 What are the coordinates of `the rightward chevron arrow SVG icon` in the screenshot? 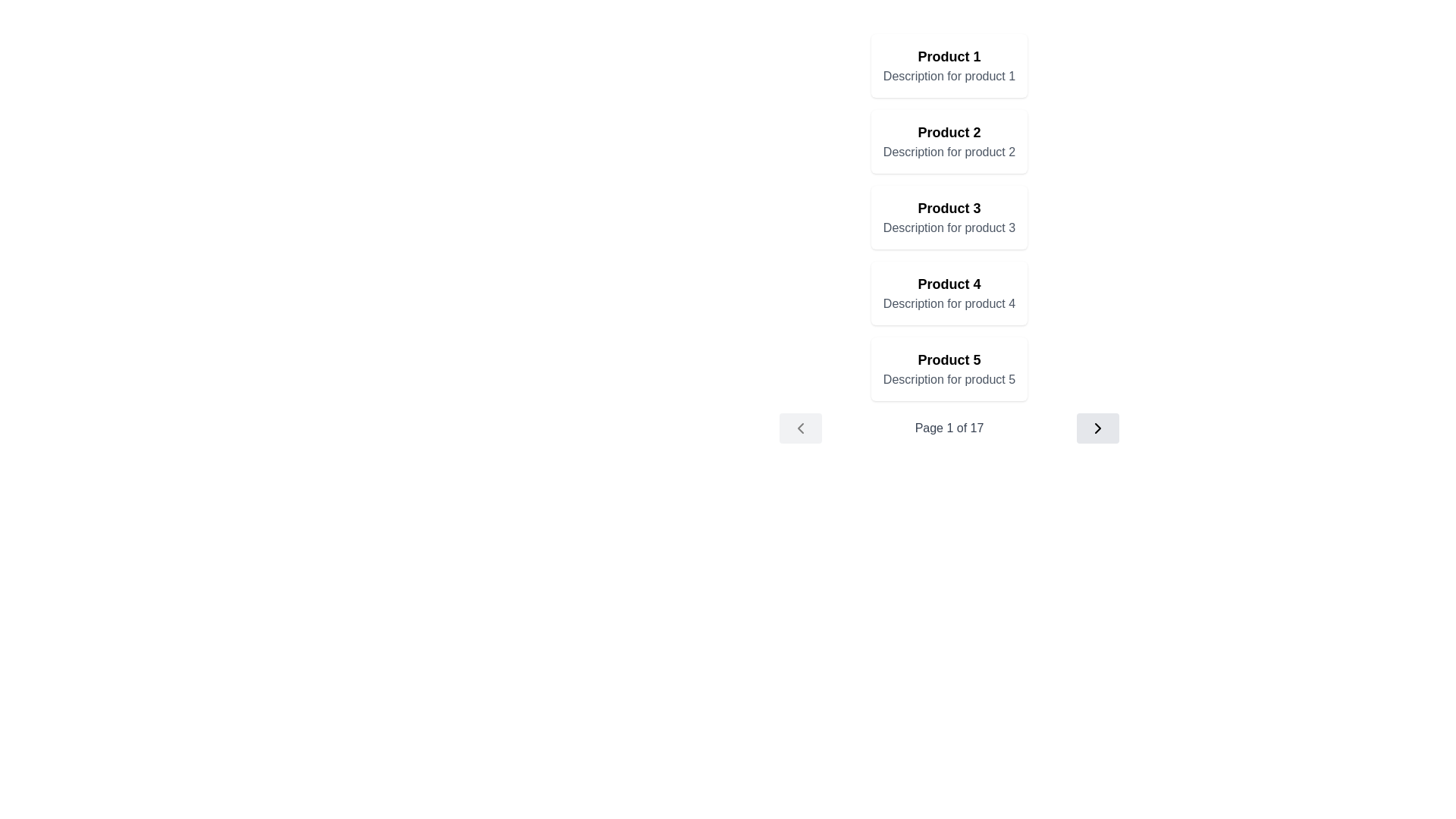 It's located at (1098, 428).